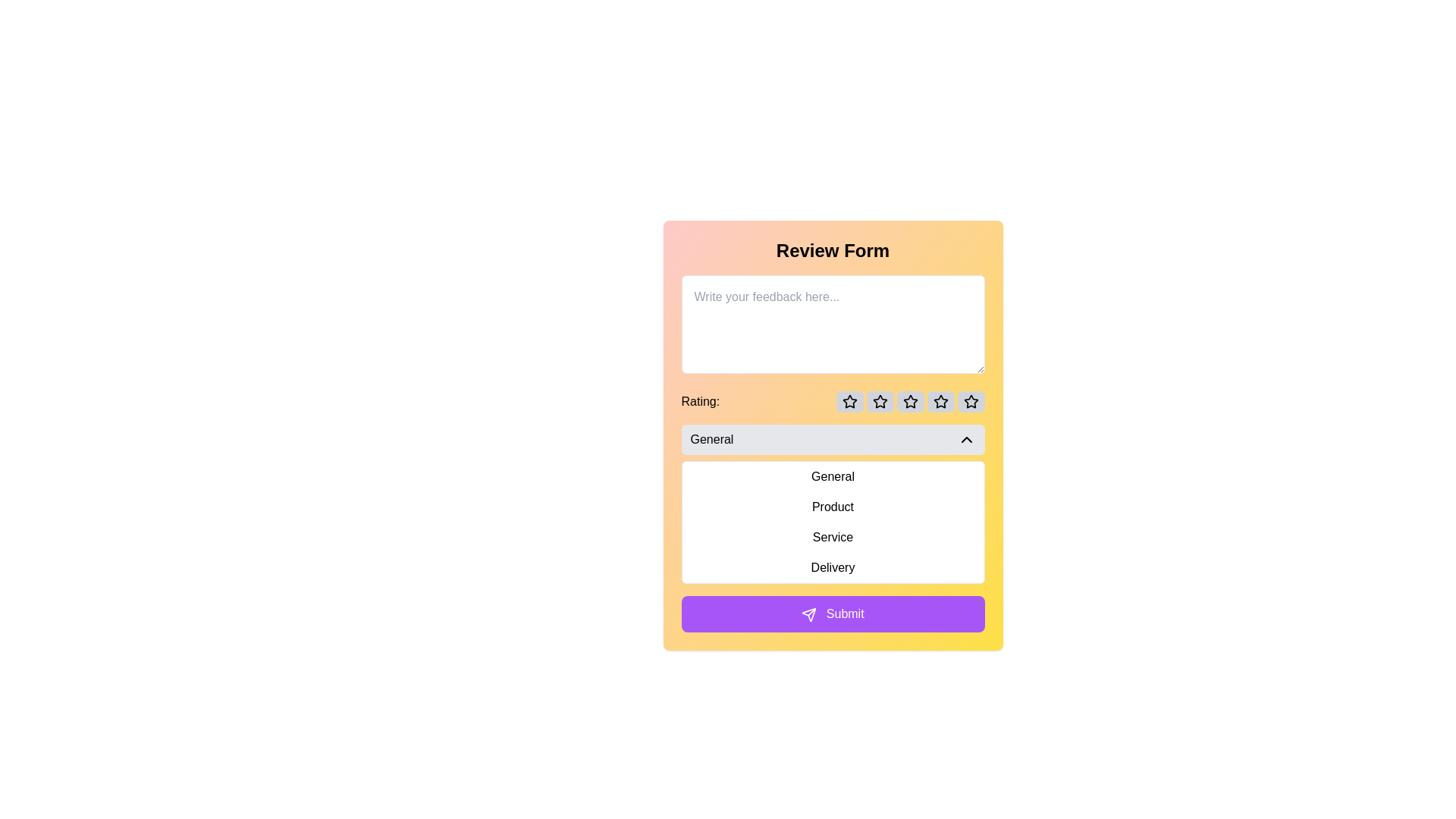  What do you see at coordinates (848, 400) in the screenshot?
I see `the first star-shaped icon in the five-star rating system located below the 'Rating:' label` at bounding box center [848, 400].